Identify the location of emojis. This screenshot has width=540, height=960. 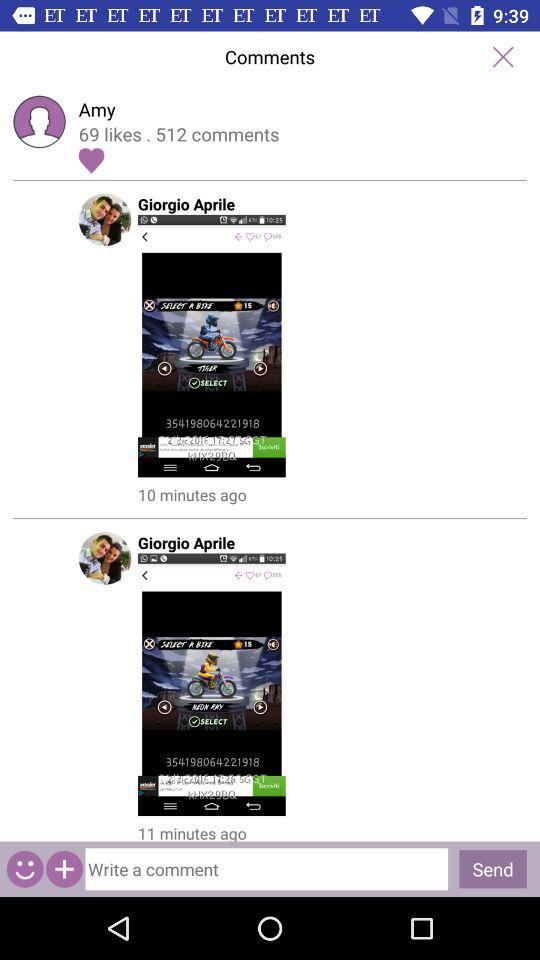
(24, 868).